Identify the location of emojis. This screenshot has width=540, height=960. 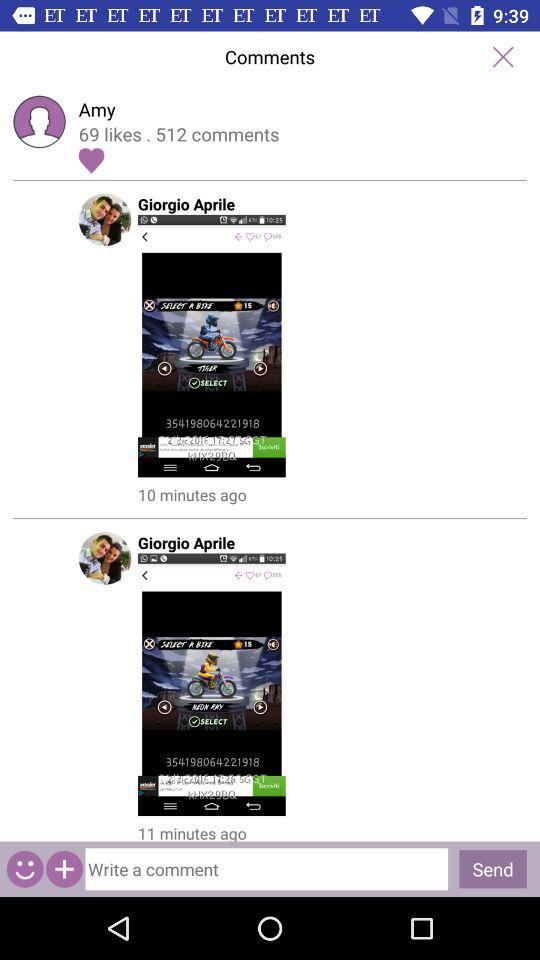
(24, 868).